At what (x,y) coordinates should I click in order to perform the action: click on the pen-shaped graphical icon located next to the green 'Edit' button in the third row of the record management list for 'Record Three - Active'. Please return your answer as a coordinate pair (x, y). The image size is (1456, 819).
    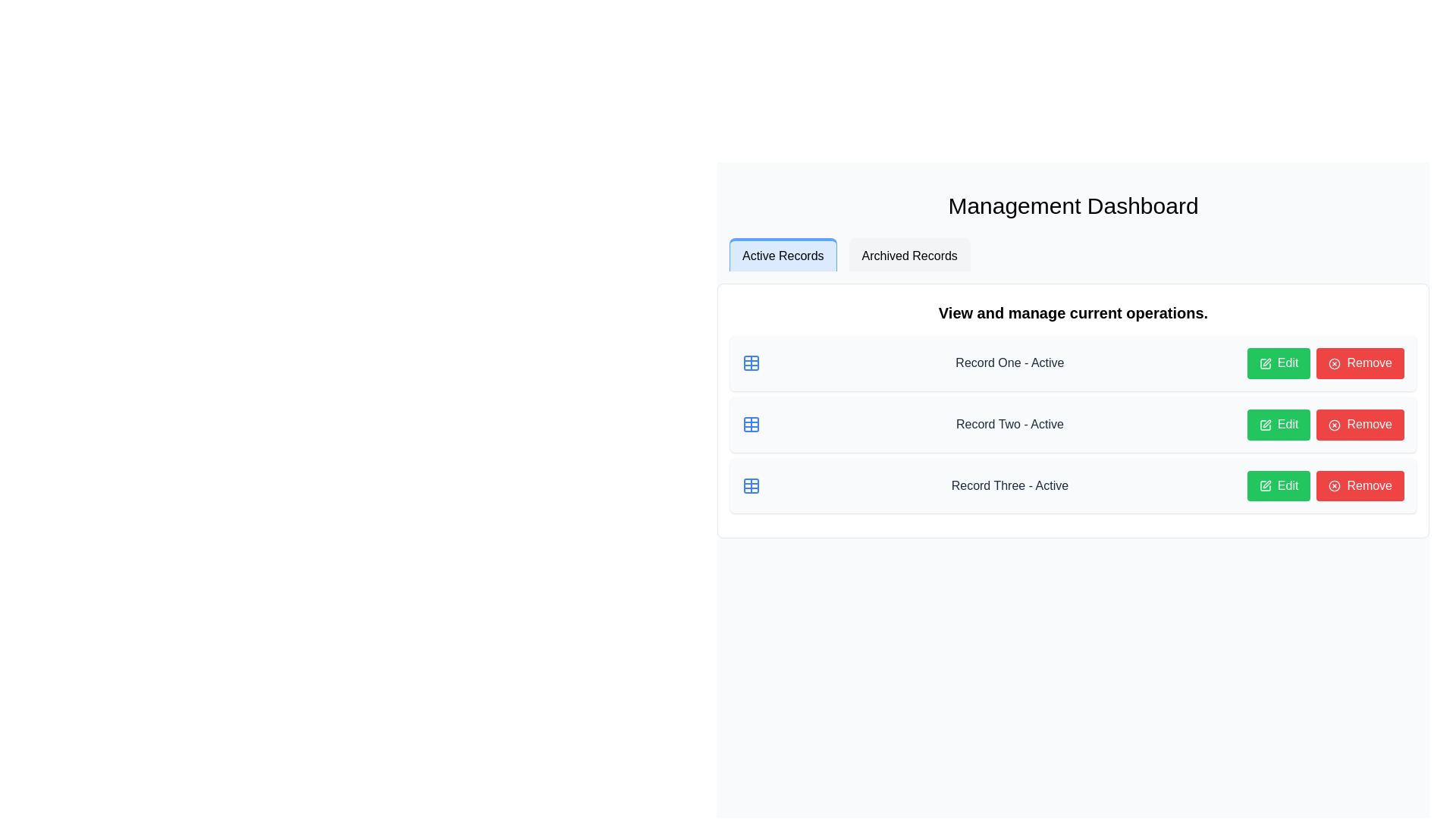
    Looking at the image, I should click on (1266, 485).